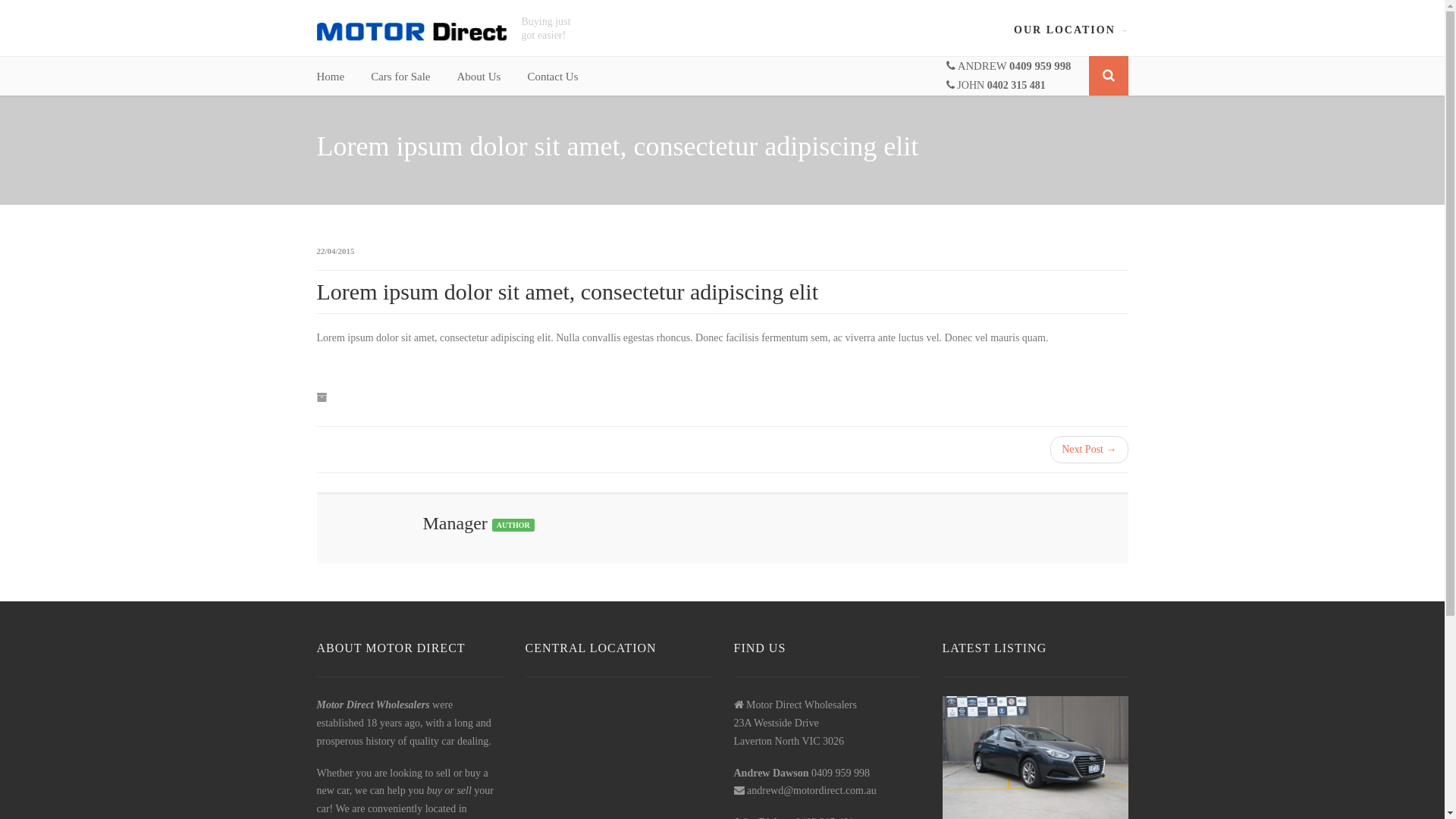 The image size is (1456, 819). What do you see at coordinates (1009, 65) in the screenshot?
I see `'ANDREW 0409 959 998'` at bounding box center [1009, 65].